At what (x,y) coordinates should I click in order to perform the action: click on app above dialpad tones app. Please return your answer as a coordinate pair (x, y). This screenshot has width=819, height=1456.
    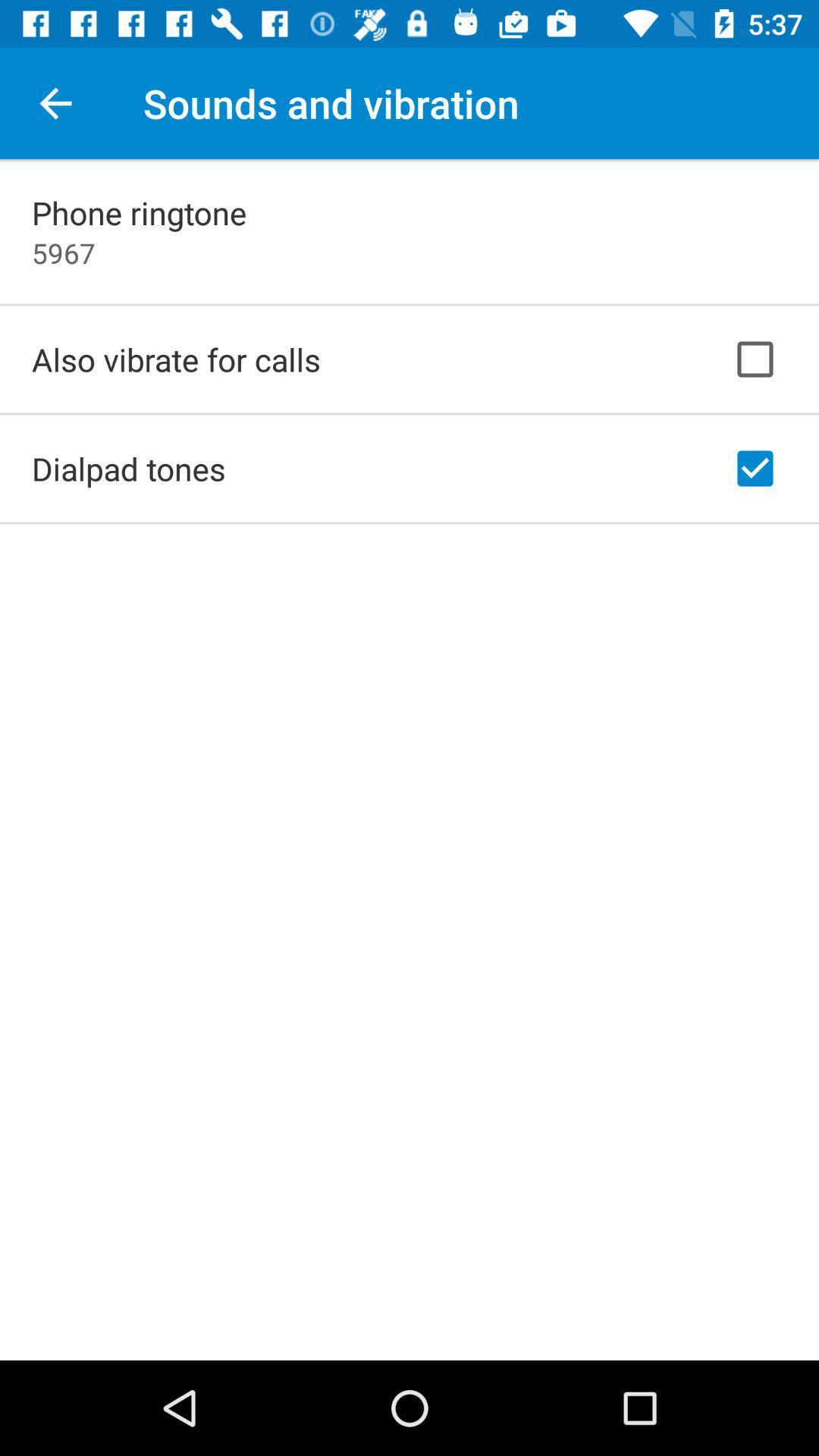
    Looking at the image, I should click on (175, 359).